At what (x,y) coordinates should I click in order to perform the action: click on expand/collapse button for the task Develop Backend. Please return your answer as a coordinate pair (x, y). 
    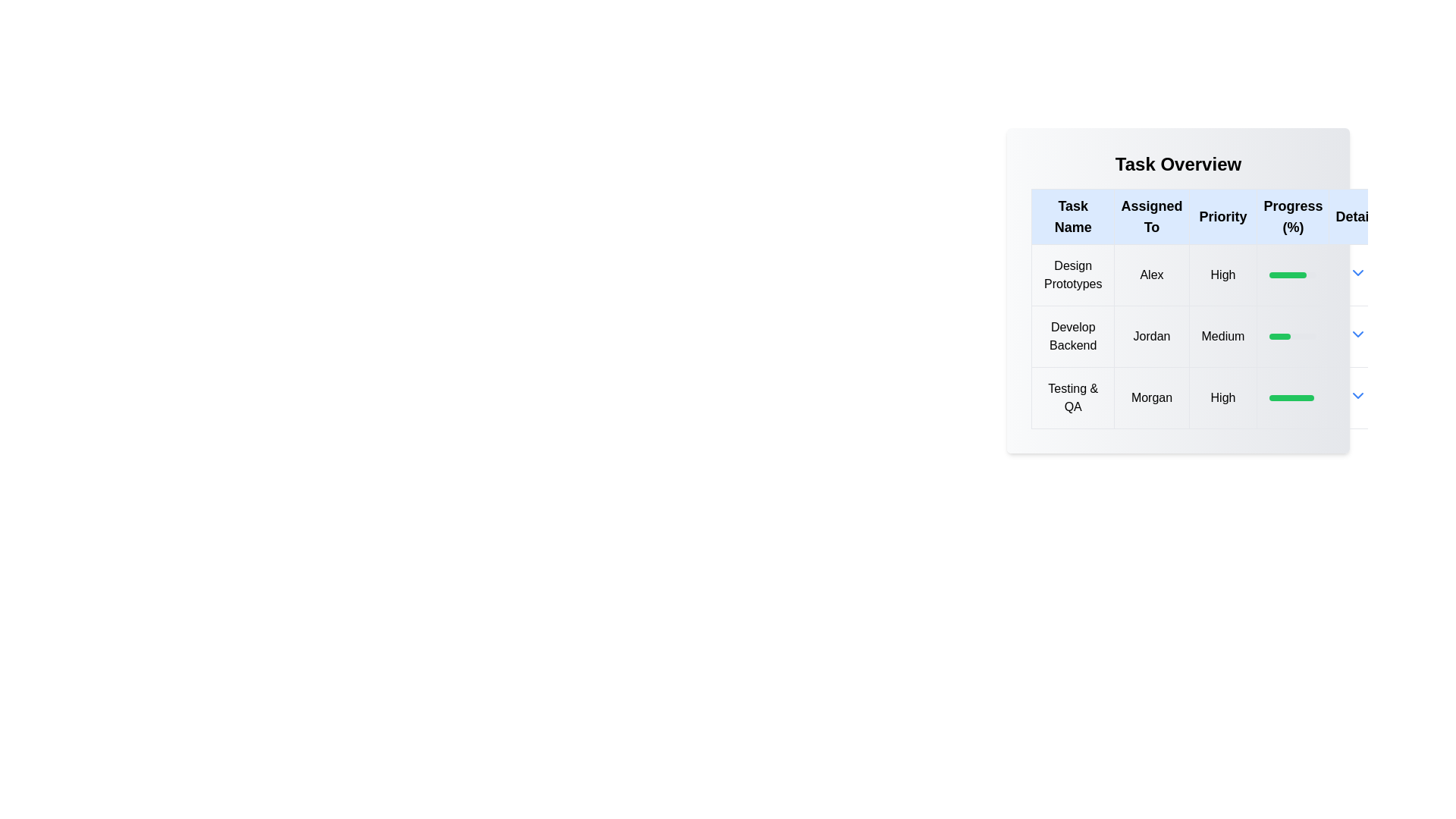
    Looking at the image, I should click on (1357, 333).